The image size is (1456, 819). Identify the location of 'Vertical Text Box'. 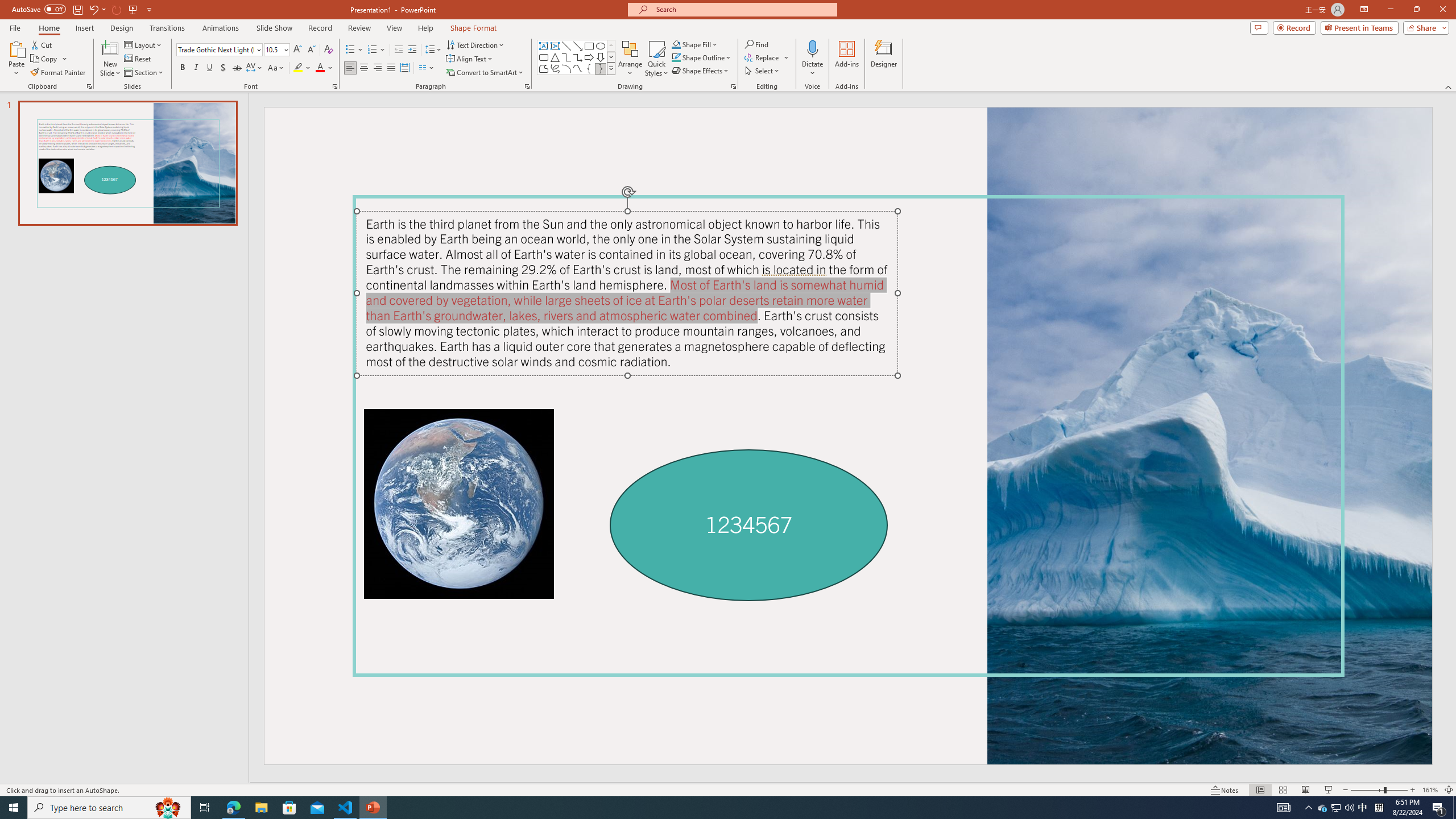
(554, 45).